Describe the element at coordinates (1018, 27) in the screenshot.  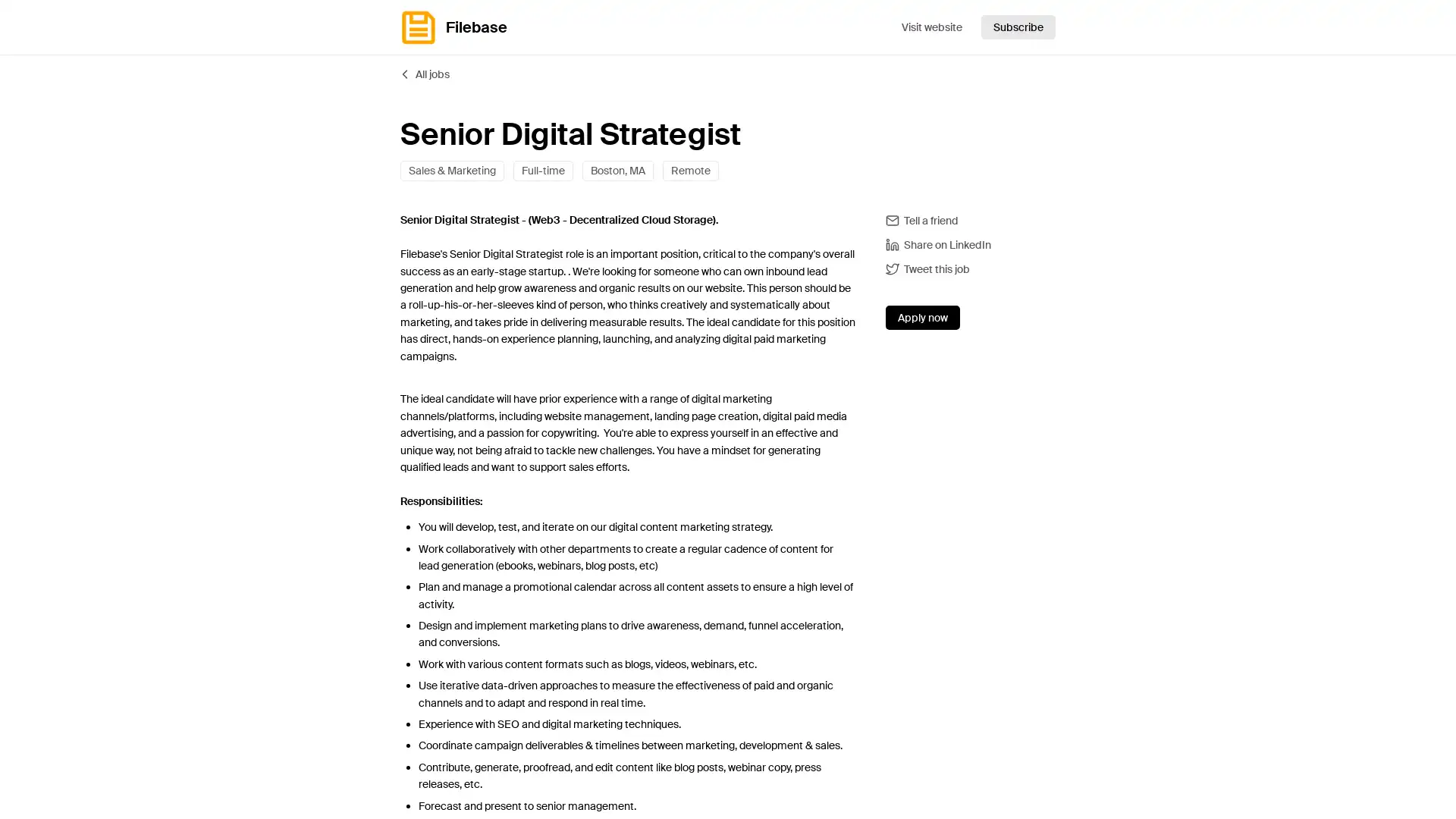
I see `Subscribe` at that location.